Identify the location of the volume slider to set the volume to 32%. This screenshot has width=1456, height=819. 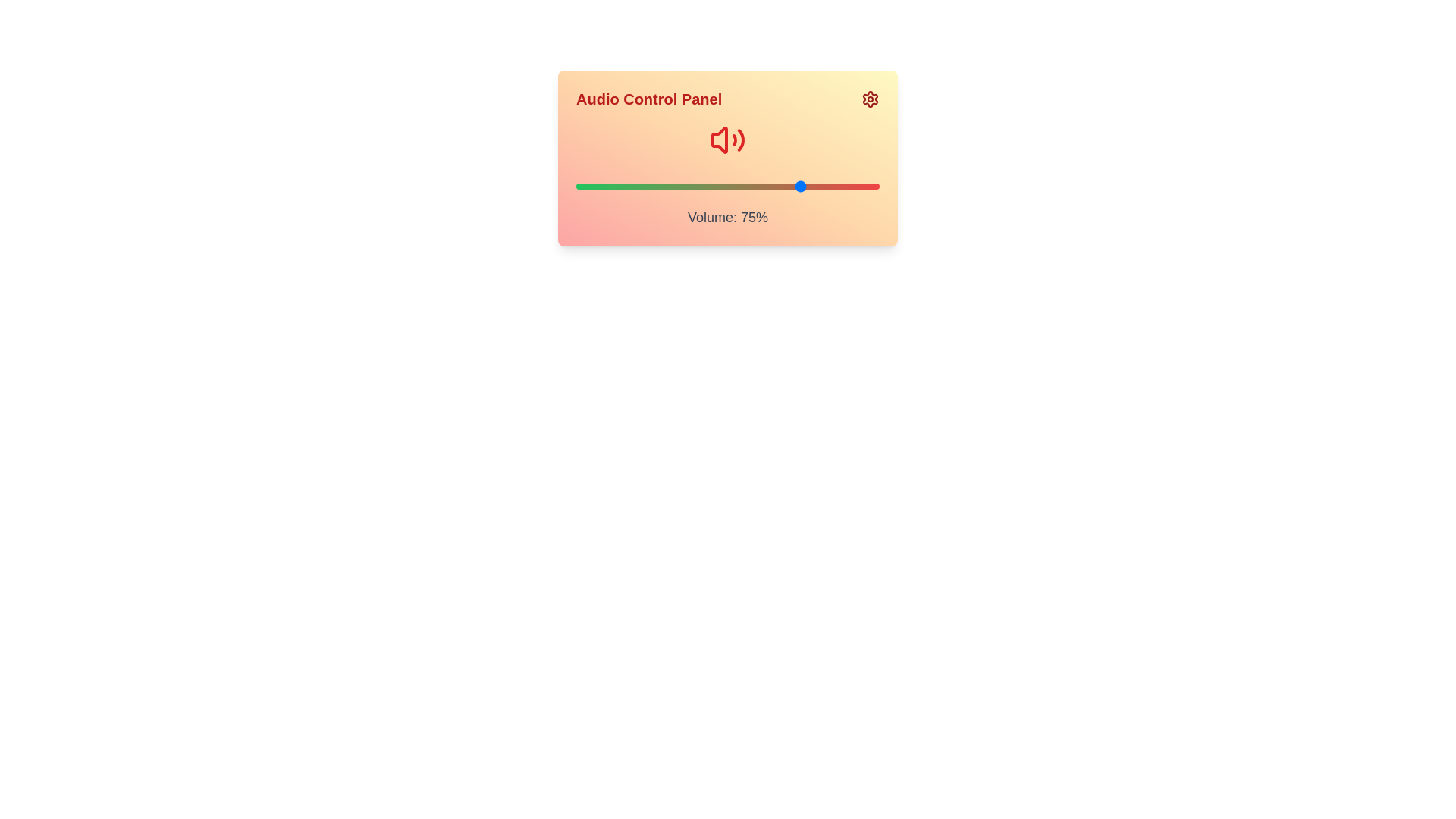
(673, 186).